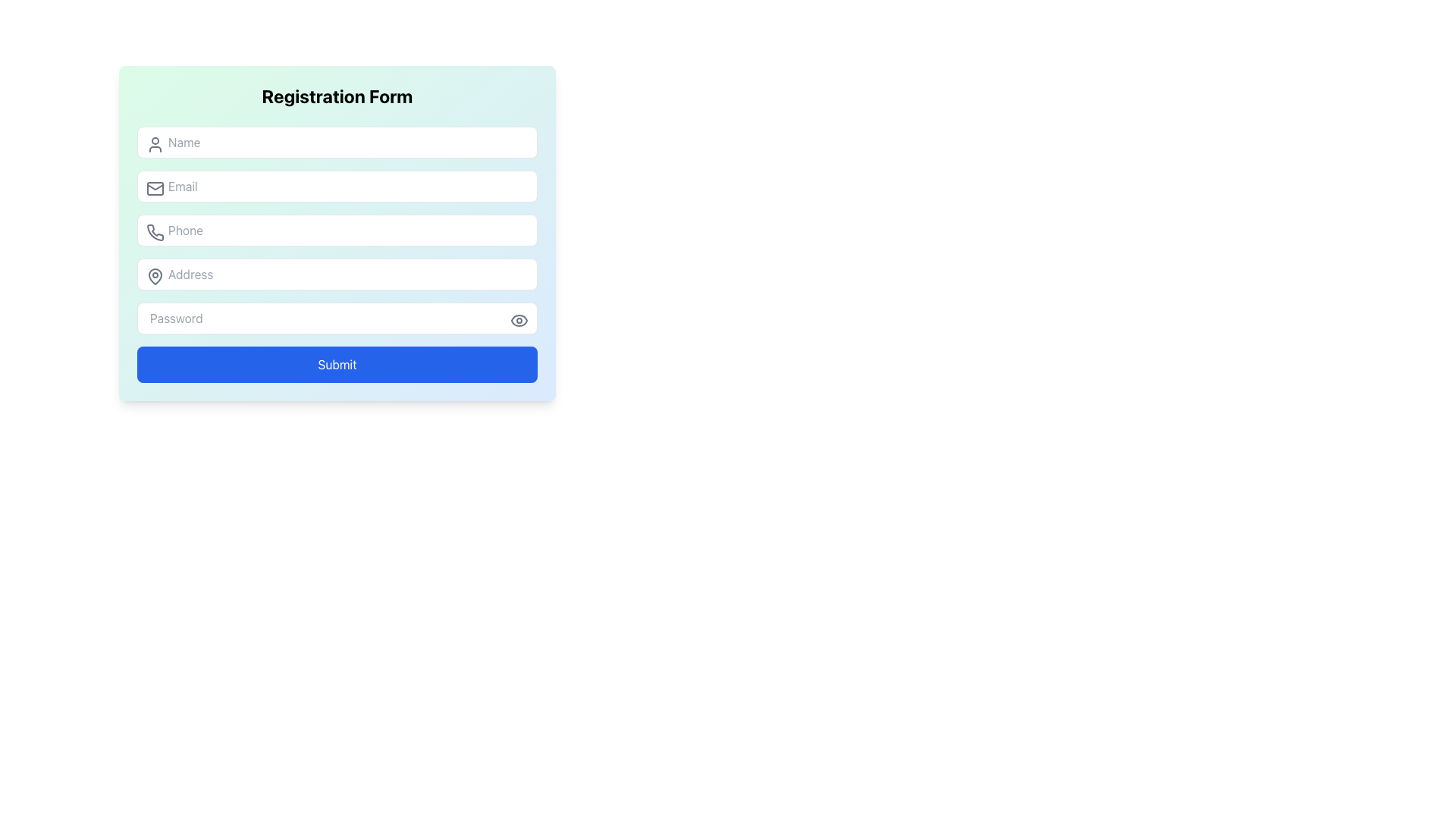 The width and height of the screenshot is (1456, 819). What do you see at coordinates (337, 275) in the screenshot?
I see `the address input field located below the Phone input field and above the Password input field in the Registration Form to focus on it` at bounding box center [337, 275].